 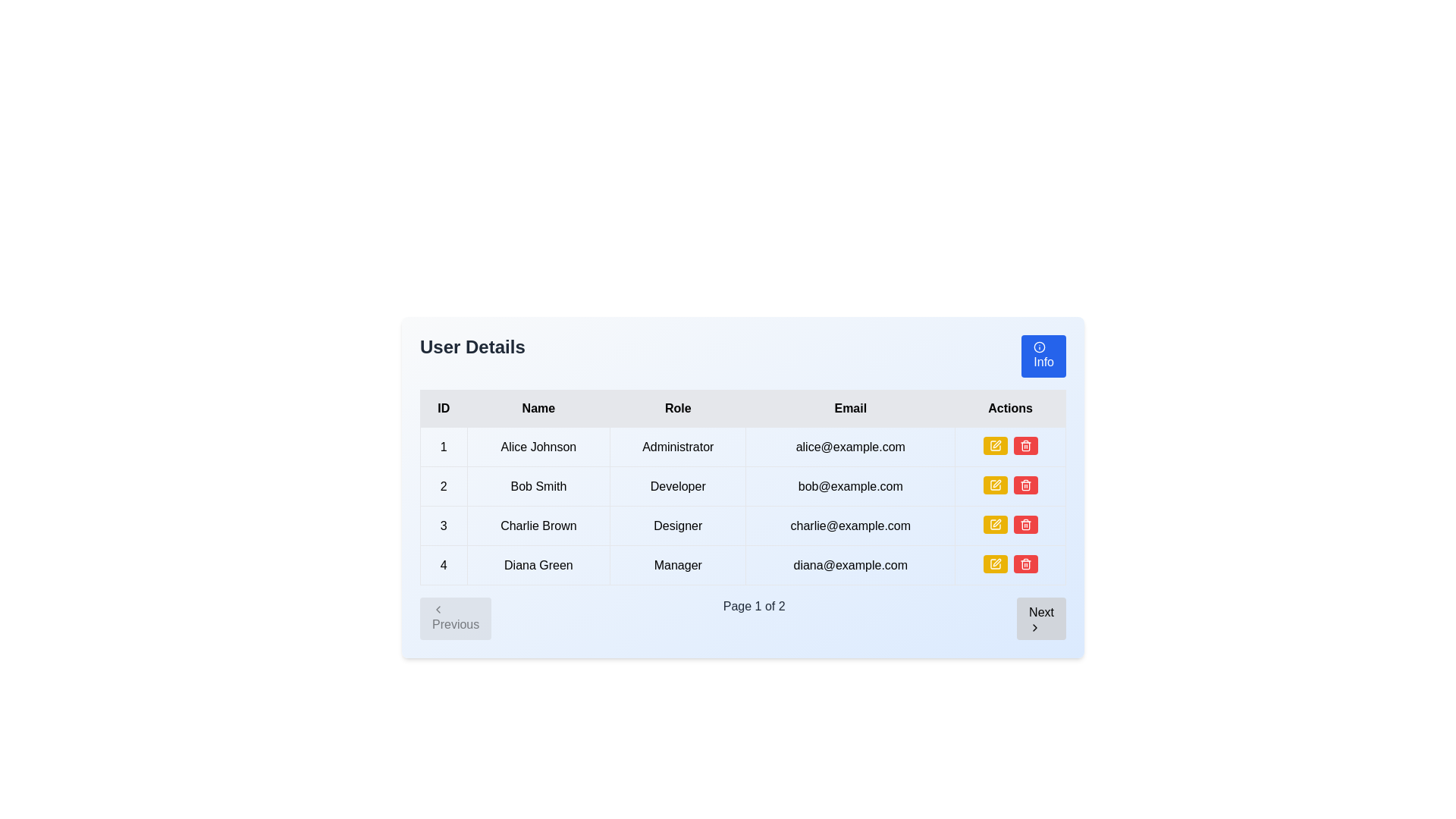 I want to click on the static text label displaying 'Page 1 of 2' in the footer section of the data table interface, positioned centrally between the 'Previous' and 'Next' buttons, so click(x=754, y=619).